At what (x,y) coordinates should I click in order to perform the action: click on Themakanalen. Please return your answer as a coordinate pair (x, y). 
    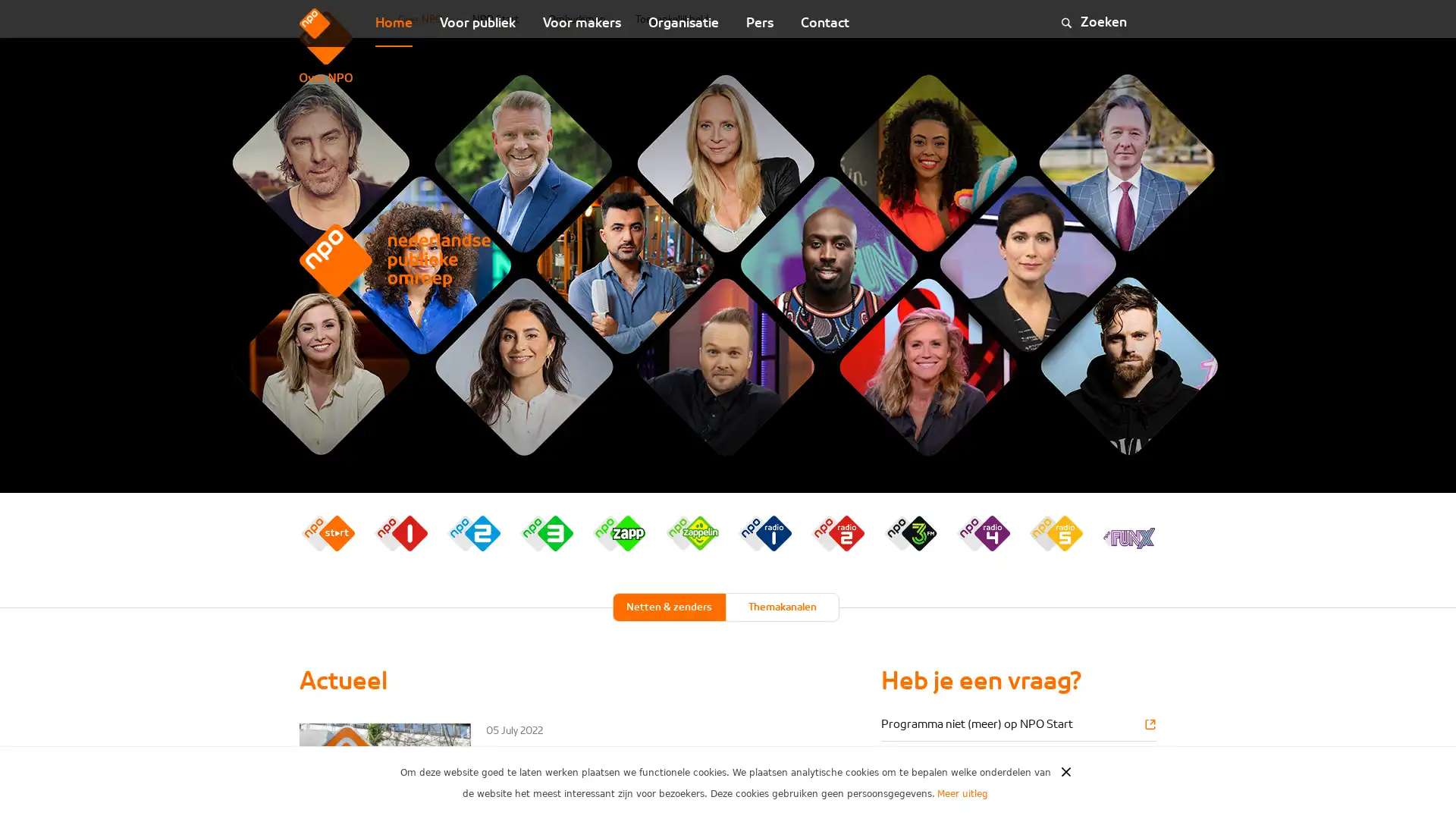
    Looking at the image, I should click on (782, 607).